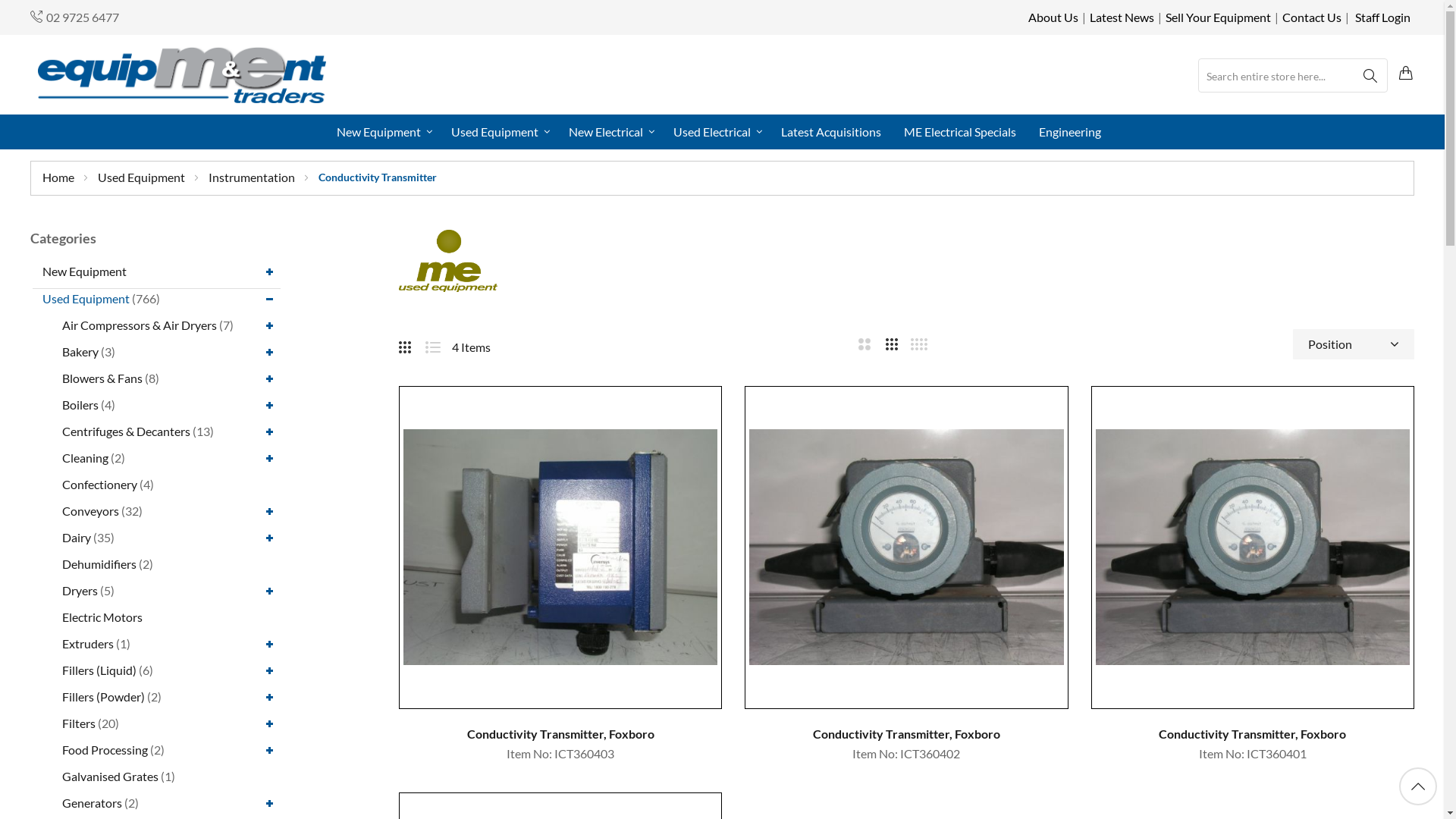 The height and width of the screenshot is (819, 1456). I want to click on 'List', so click(438, 344).